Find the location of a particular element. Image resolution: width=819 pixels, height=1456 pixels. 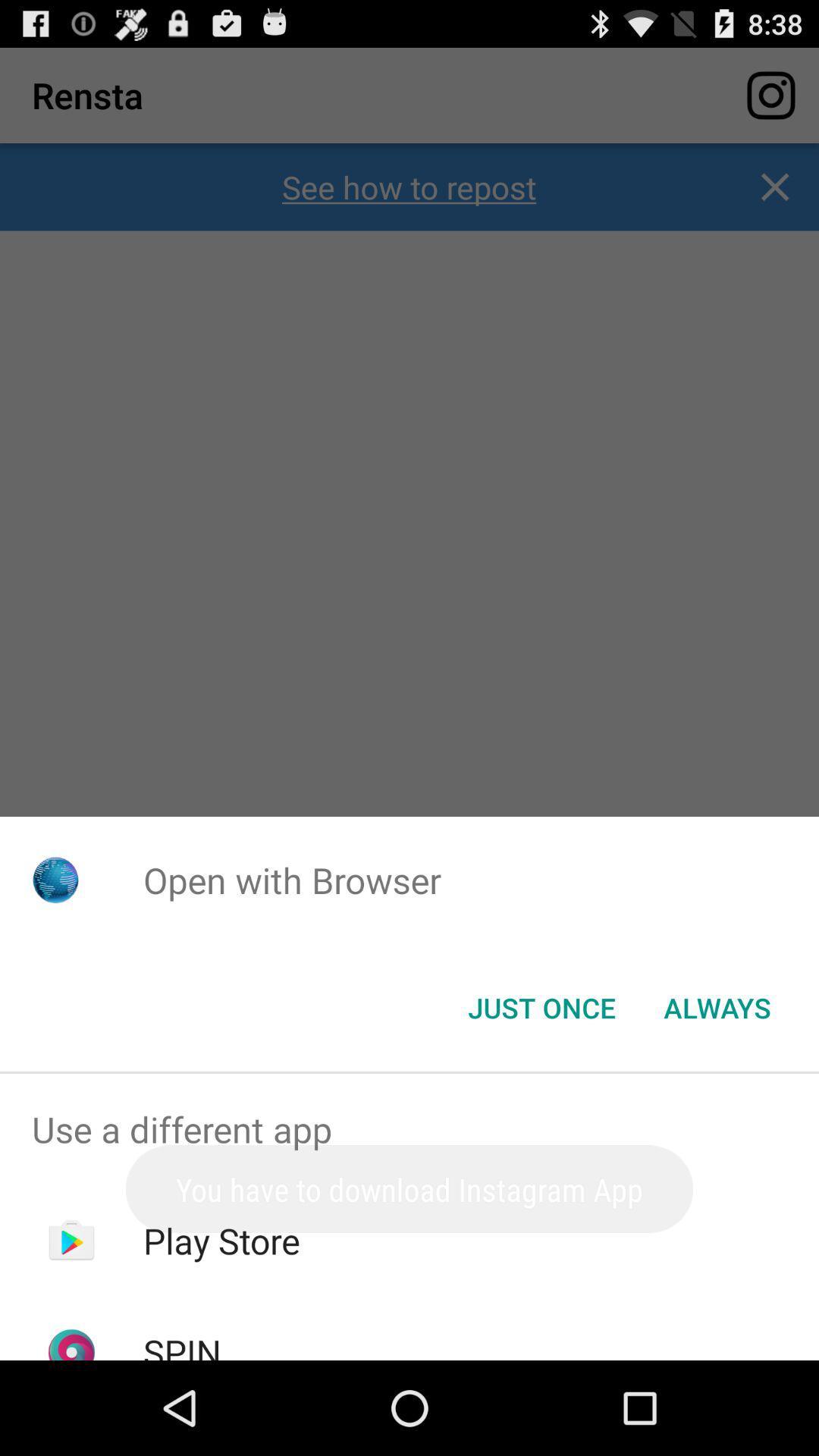

the spin is located at coordinates (181, 1344).